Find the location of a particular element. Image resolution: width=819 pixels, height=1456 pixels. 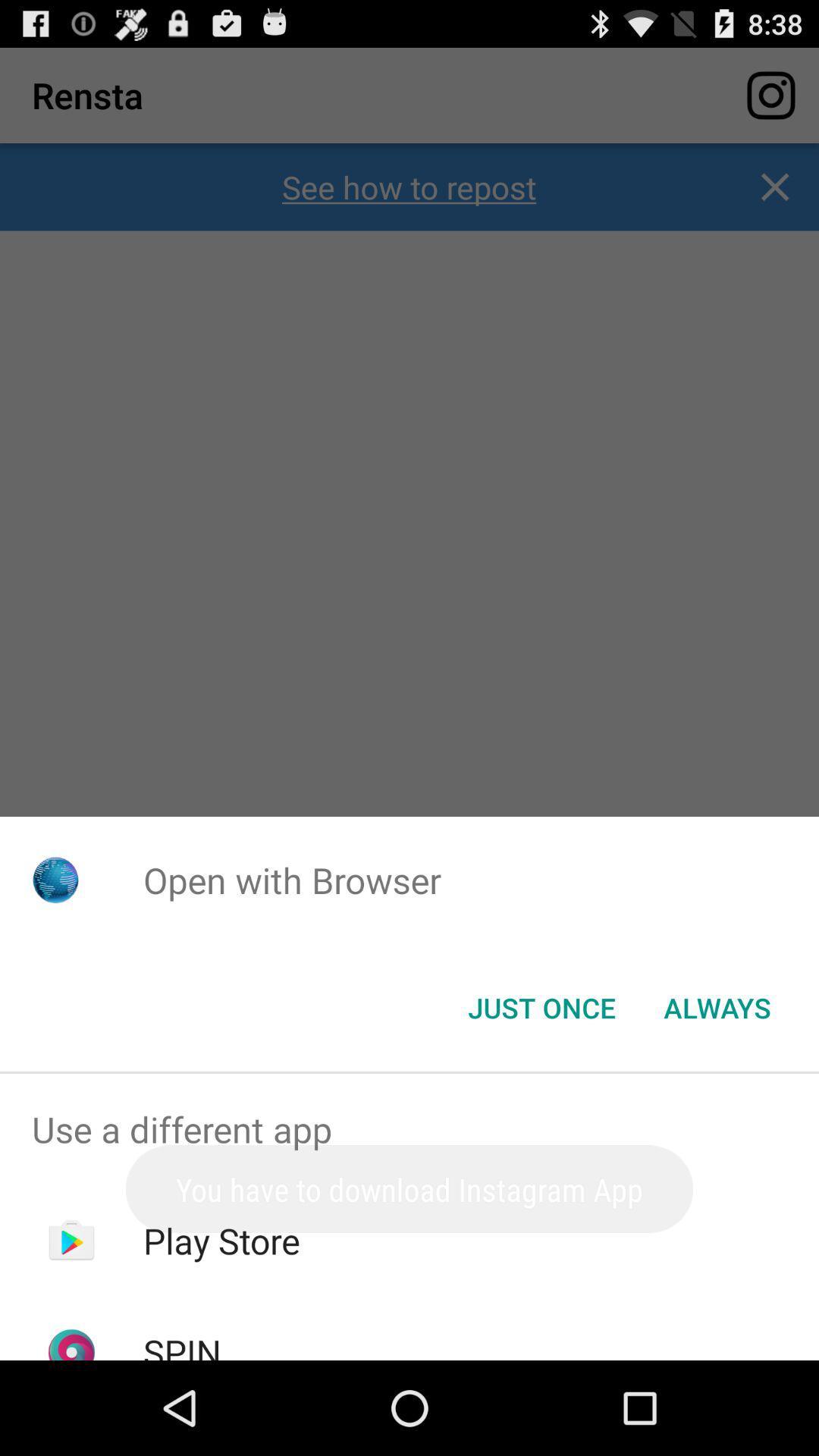

the spin is located at coordinates (181, 1344).